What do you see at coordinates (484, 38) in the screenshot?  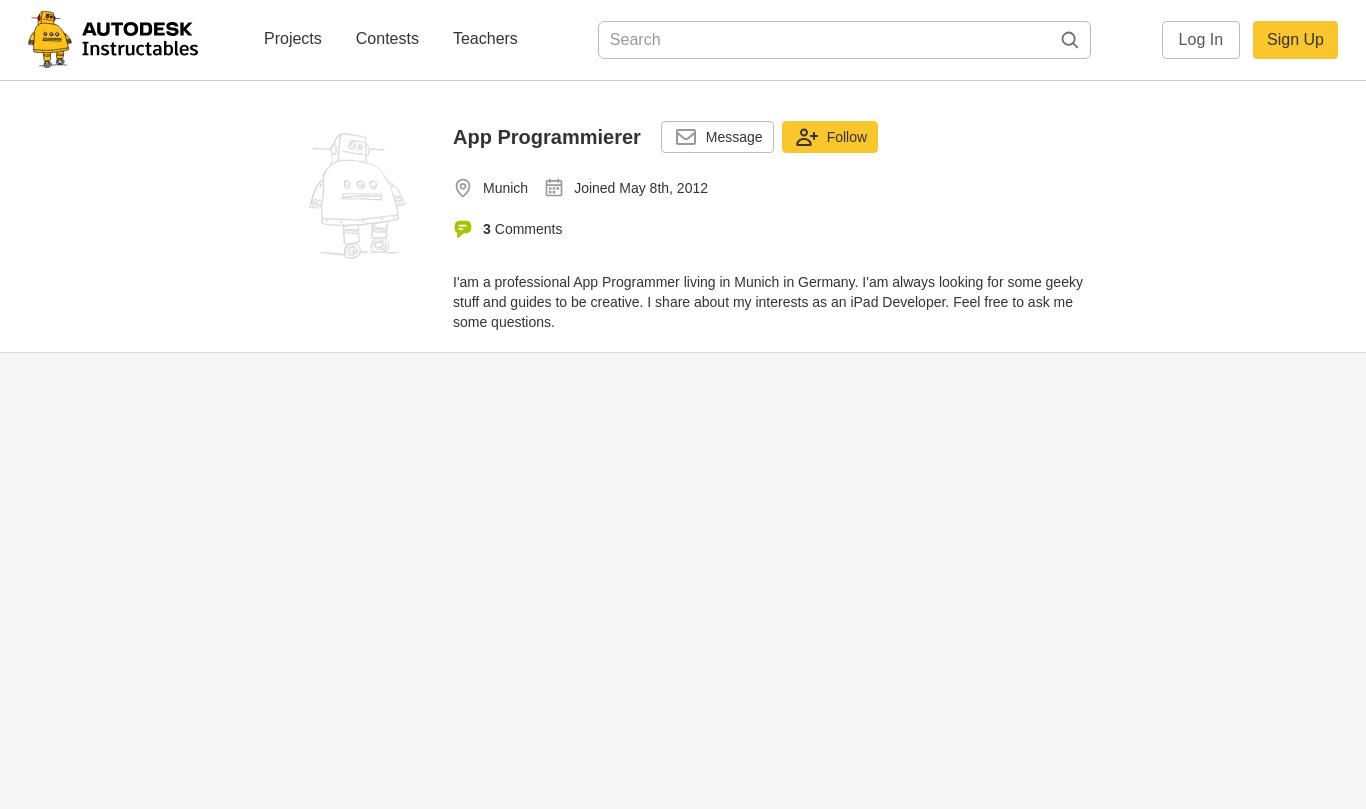 I see `'Teachers'` at bounding box center [484, 38].